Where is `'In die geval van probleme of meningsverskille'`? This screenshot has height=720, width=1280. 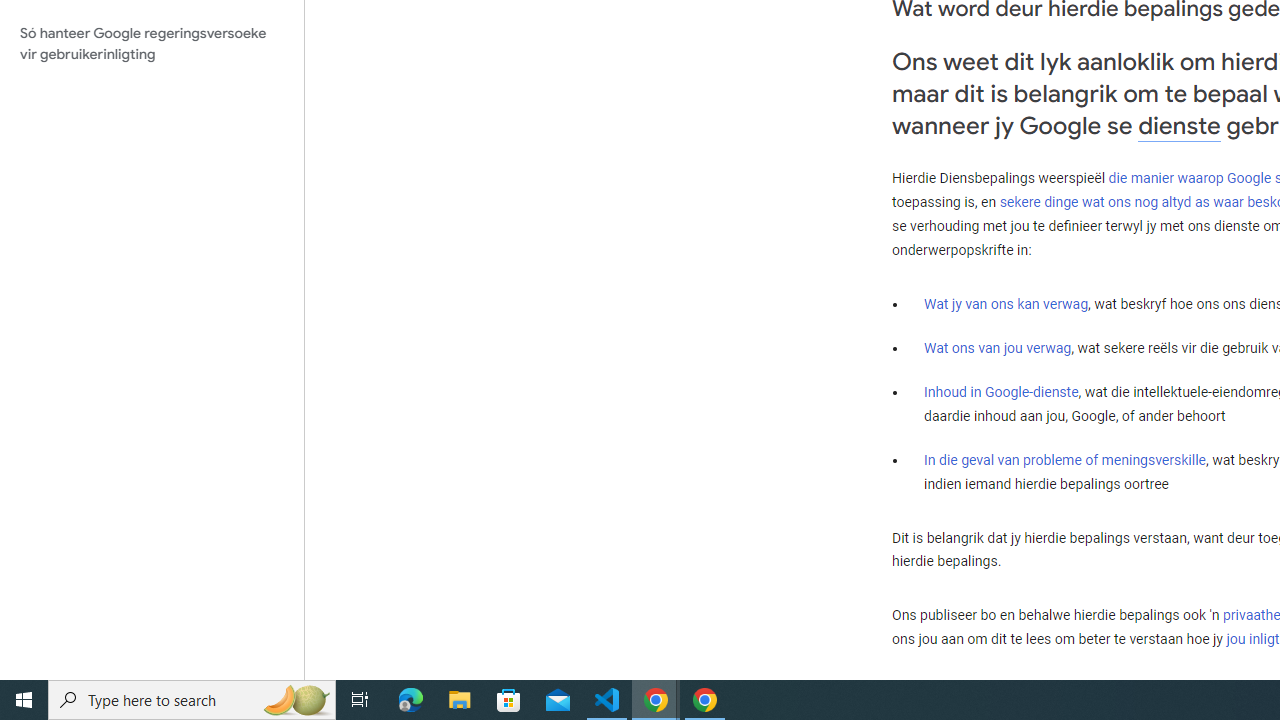 'In die geval van probleme of meningsverskille' is located at coordinates (1063, 459).